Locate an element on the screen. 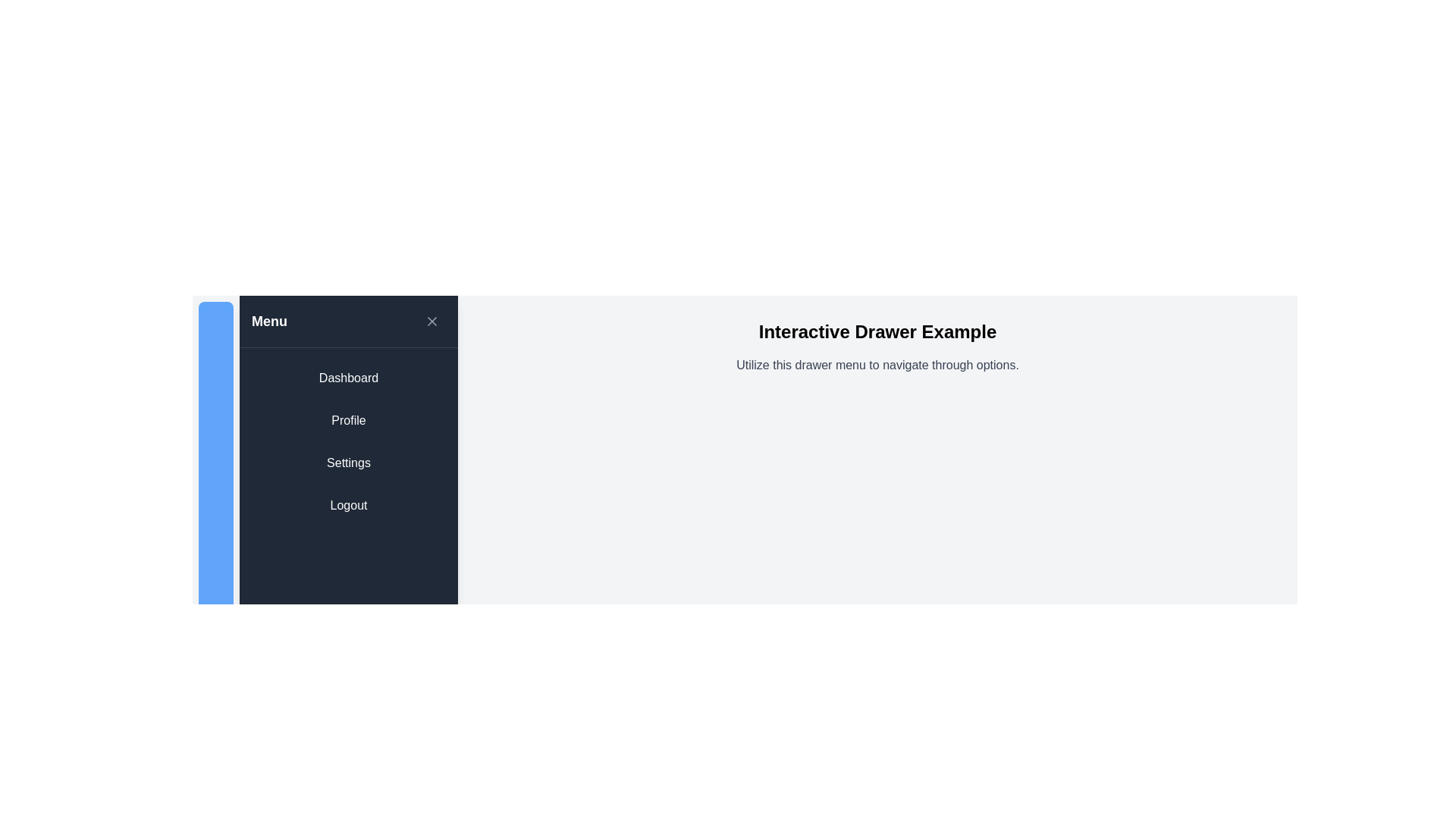 The image size is (1456, 819). the second button in the vertical list within the side navigation drawer is located at coordinates (348, 421).